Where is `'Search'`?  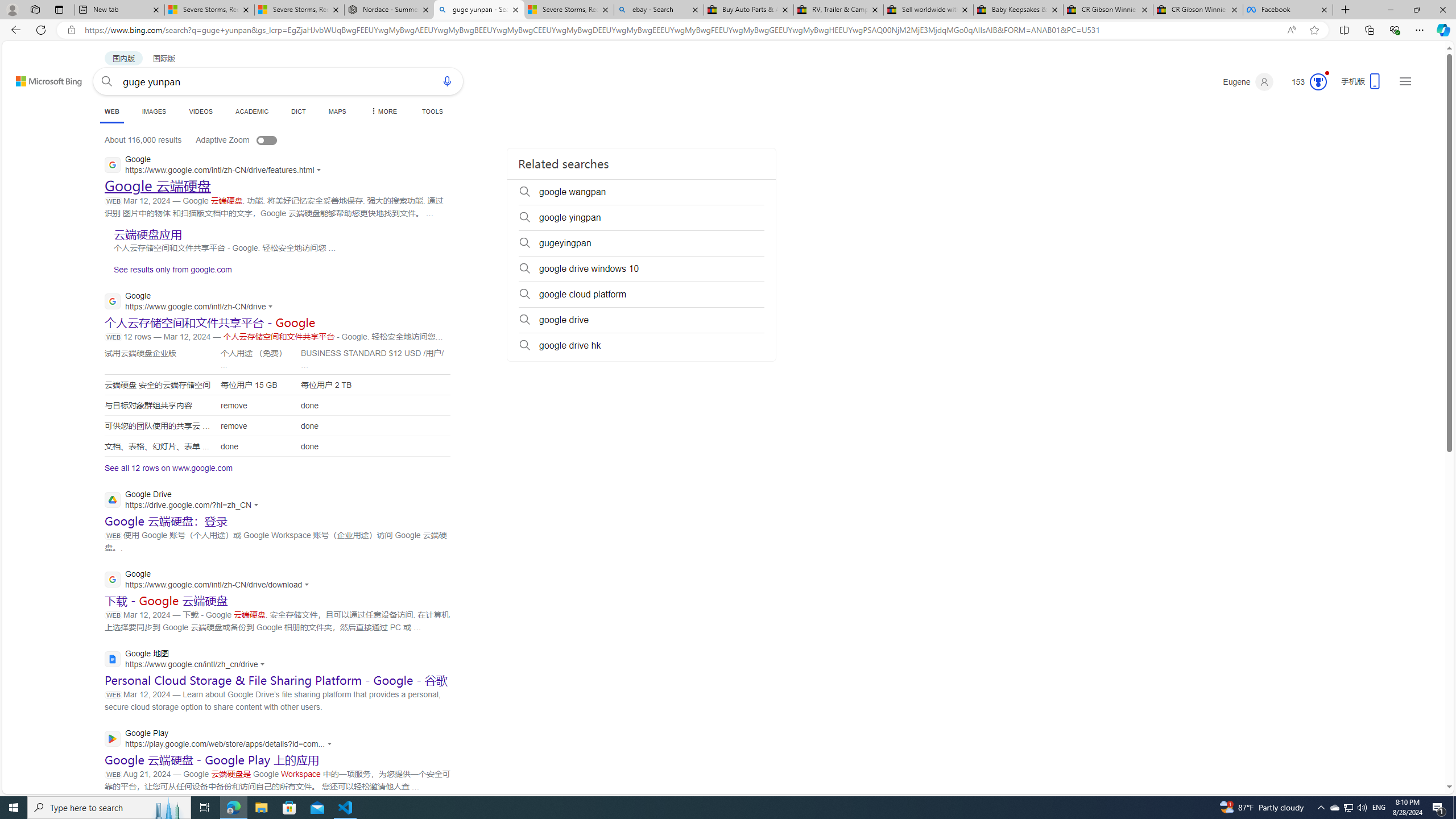 'Search' is located at coordinates (106, 80).